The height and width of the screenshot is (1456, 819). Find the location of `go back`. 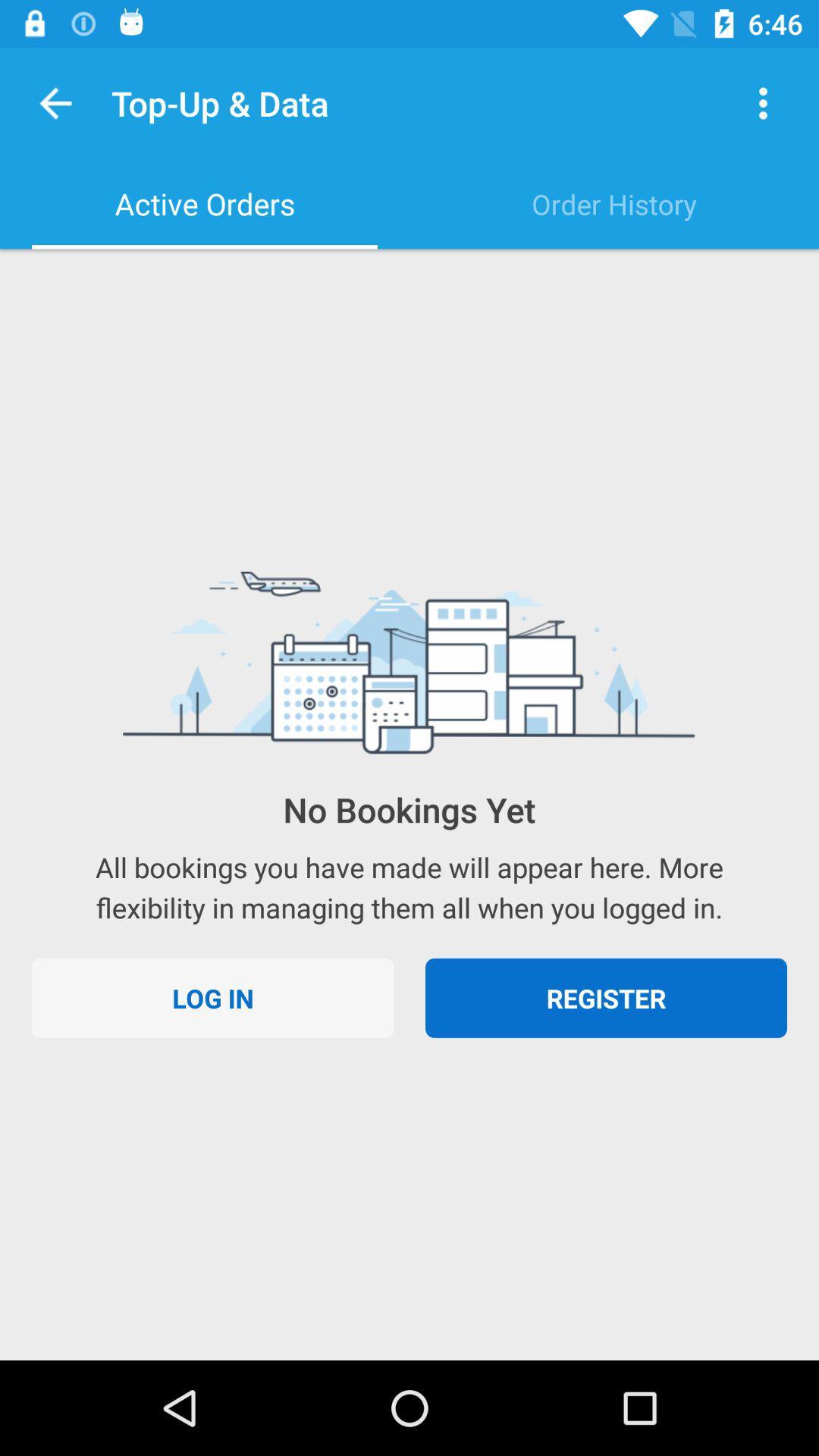

go back is located at coordinates (55, 102).